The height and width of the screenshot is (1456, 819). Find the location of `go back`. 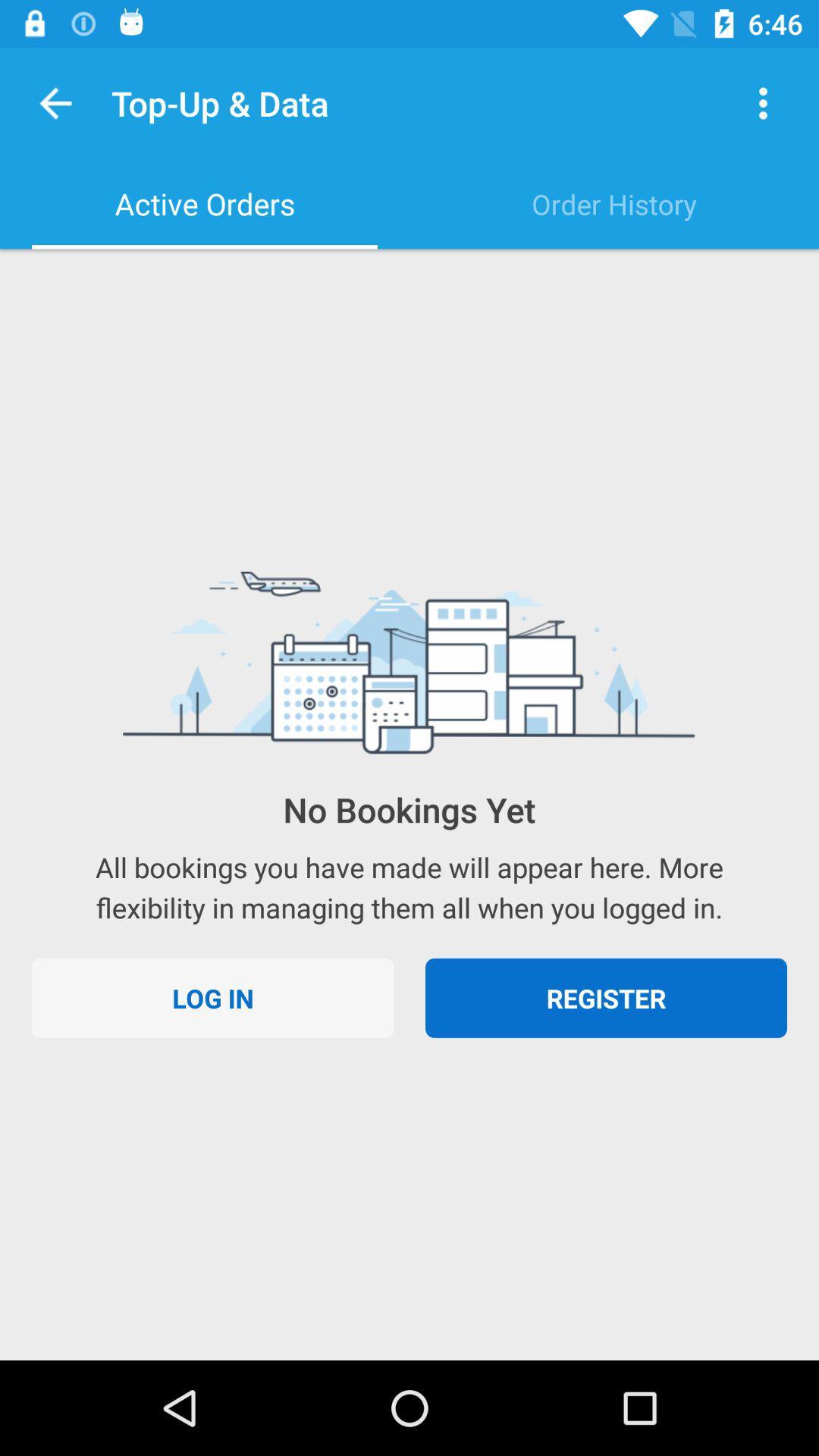

go back is located at coordinates (55, 102).